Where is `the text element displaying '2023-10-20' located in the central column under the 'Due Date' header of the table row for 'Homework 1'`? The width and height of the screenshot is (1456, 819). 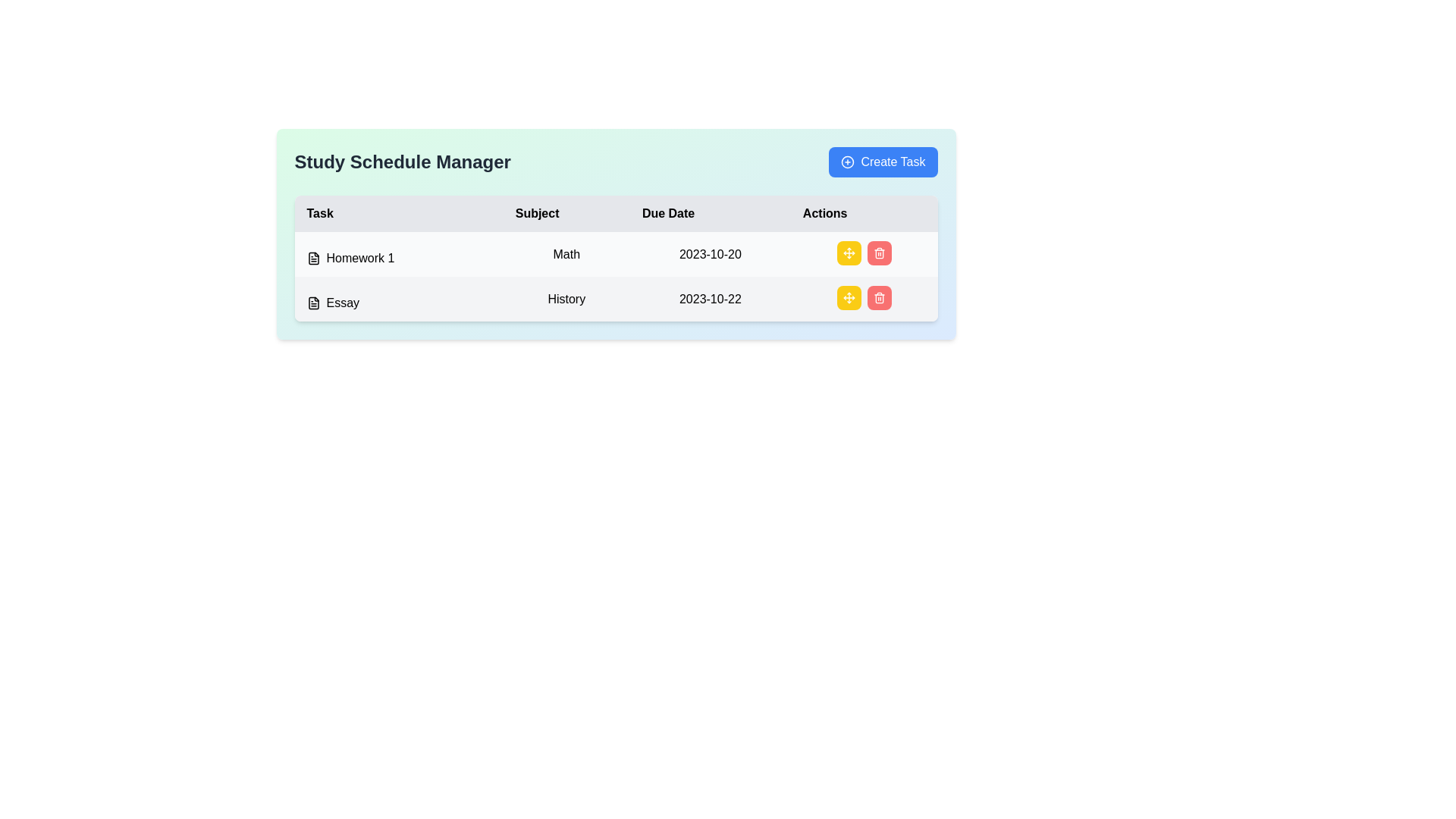
the text element displaying '2023-10-20' located in the central column under the 'Due Date' header of the table row for 'Homework 1' is located at coordinates (709, 253).